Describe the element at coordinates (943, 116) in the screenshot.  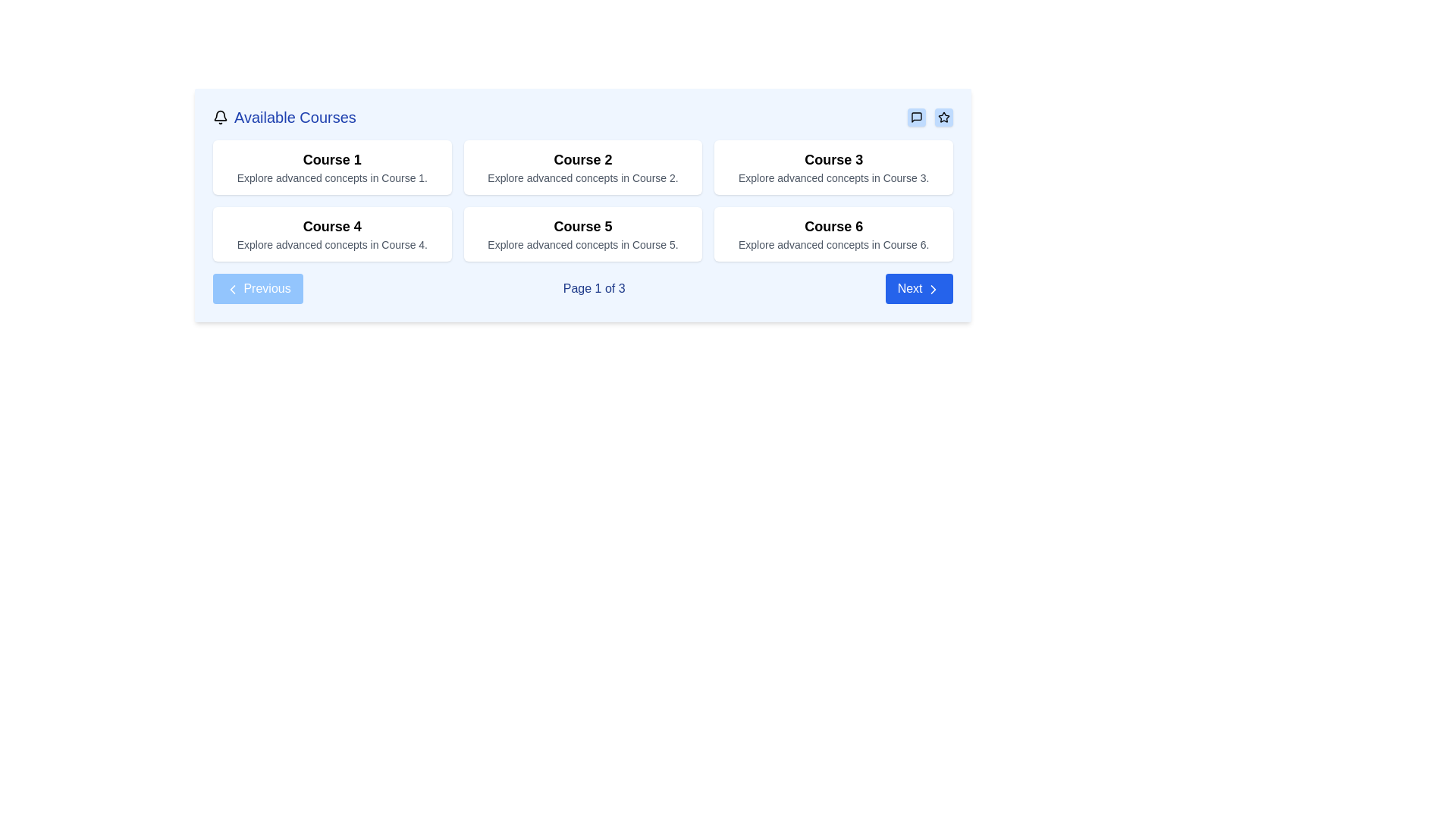
I see `the star icon button located at the top-right corner of the panel above the courses grid` at that location.